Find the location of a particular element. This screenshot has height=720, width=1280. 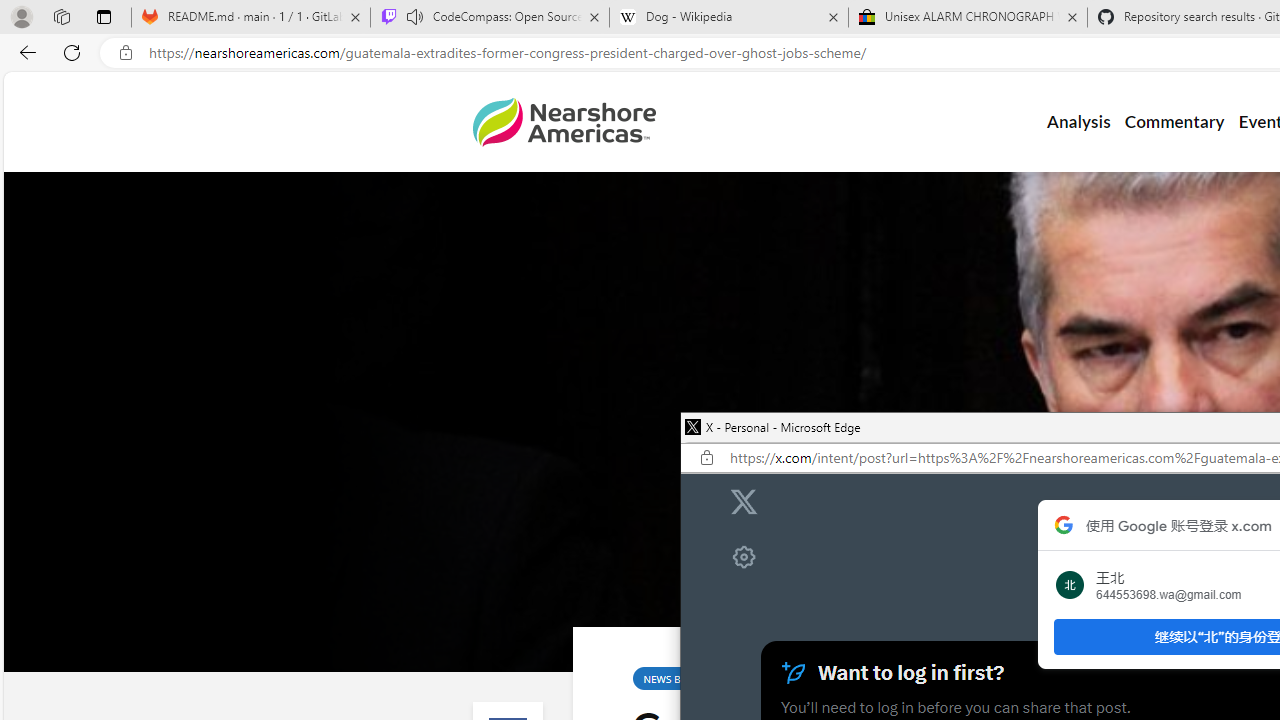

'Commentary' is located at coordinates (1174, 122).